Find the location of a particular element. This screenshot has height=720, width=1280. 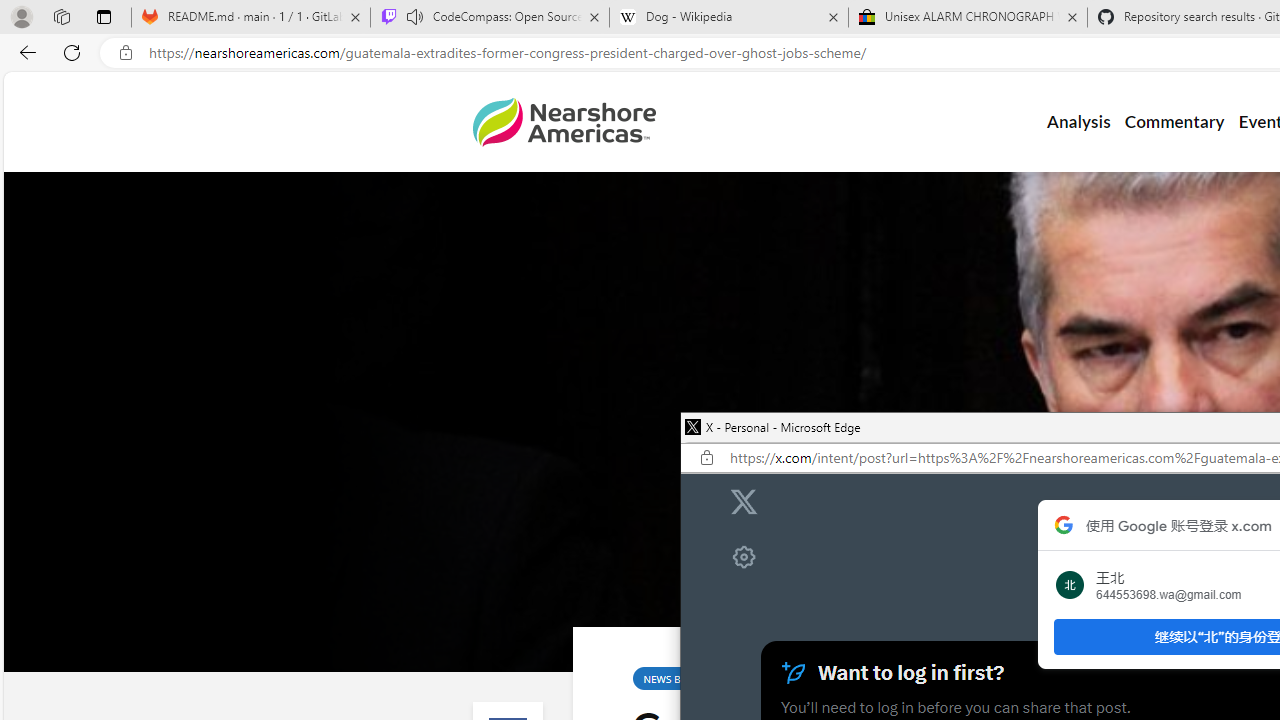

'Commentary' is located at coordinates (1174, 122).